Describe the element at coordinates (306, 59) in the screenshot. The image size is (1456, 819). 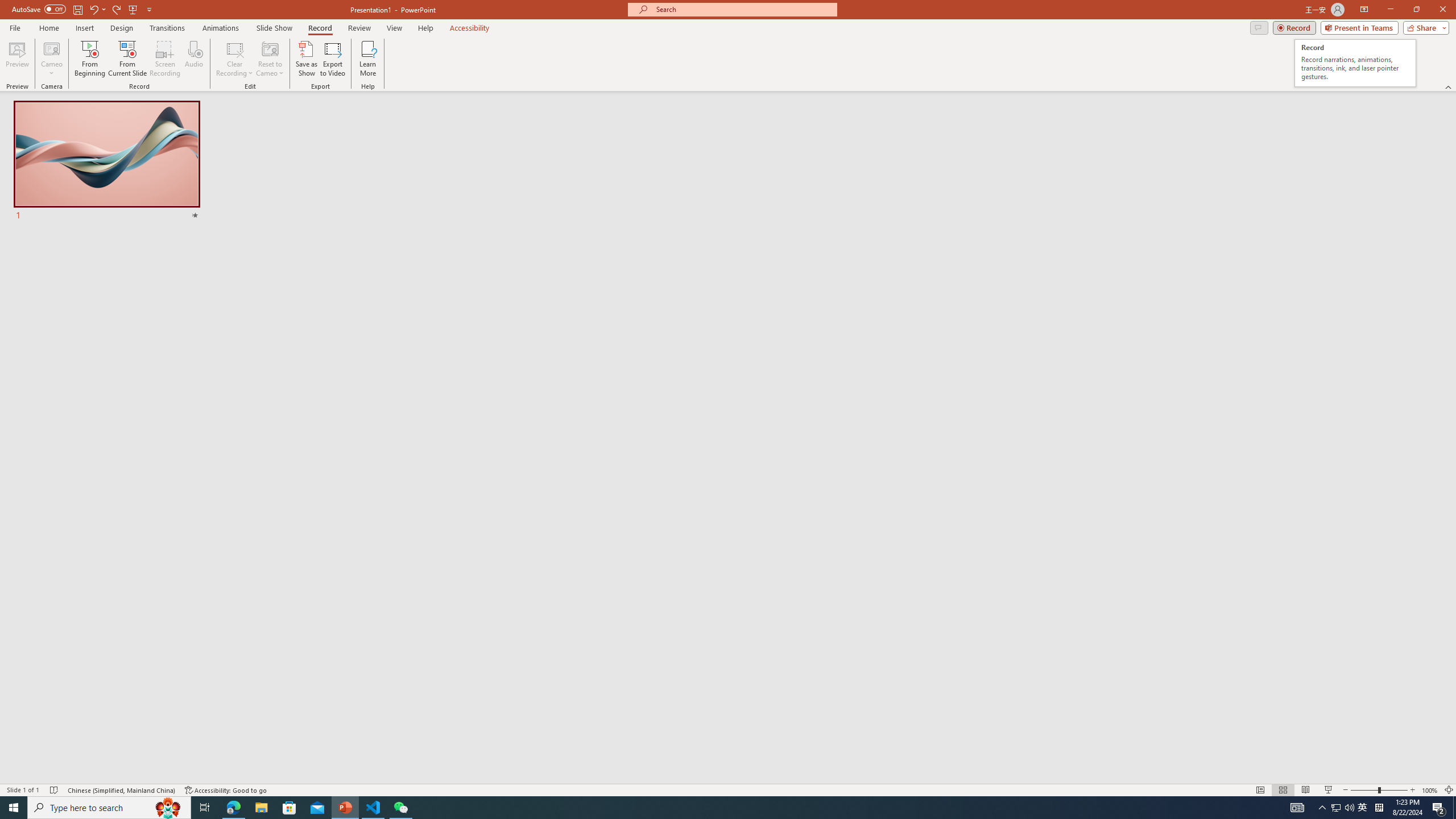
I see `'Save as Show'` at that location.